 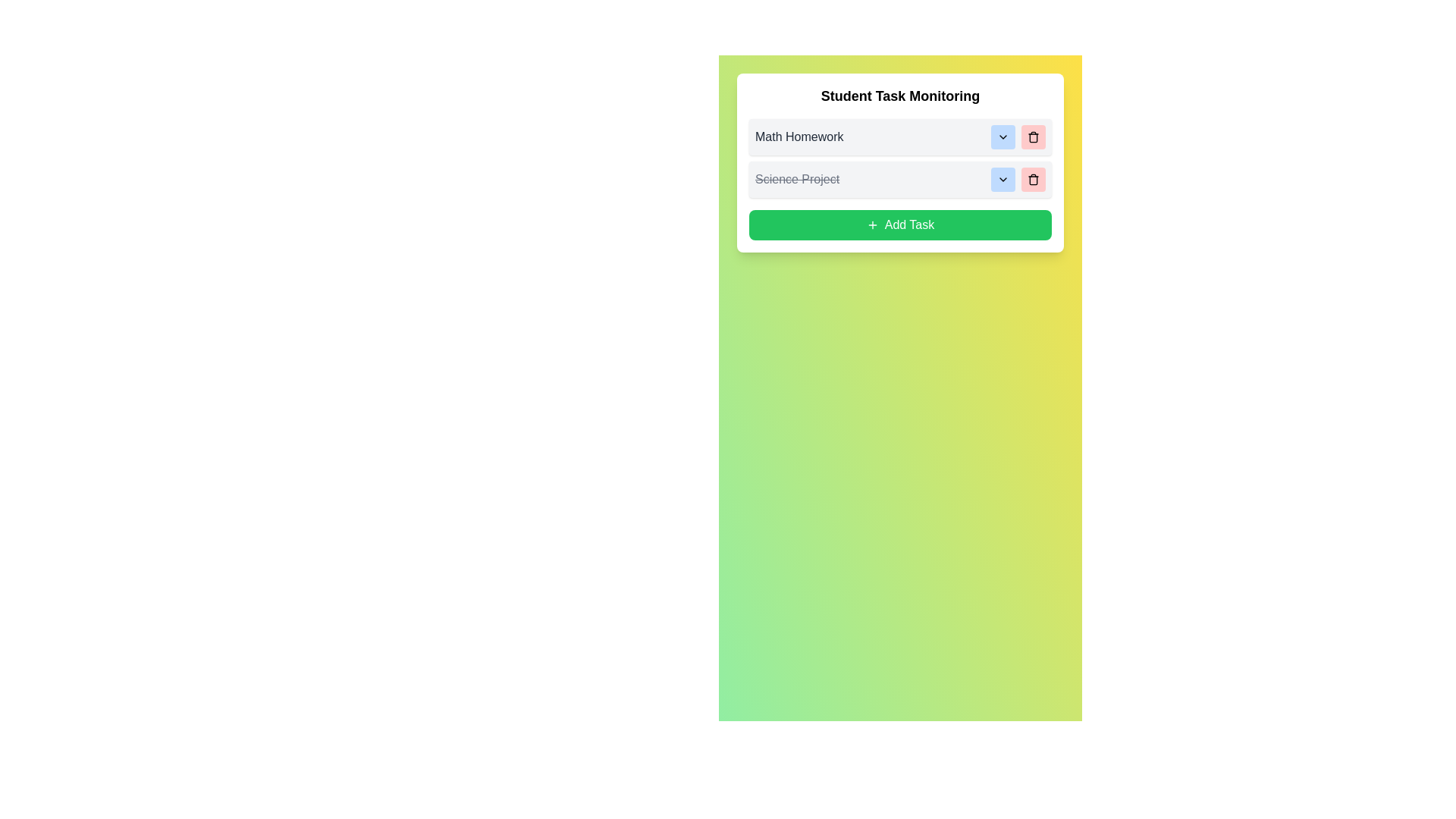 I want to click on the toggle button located on the right side of the 'Science Project' label in the second row of the task list, so click(x=1003, y=178).